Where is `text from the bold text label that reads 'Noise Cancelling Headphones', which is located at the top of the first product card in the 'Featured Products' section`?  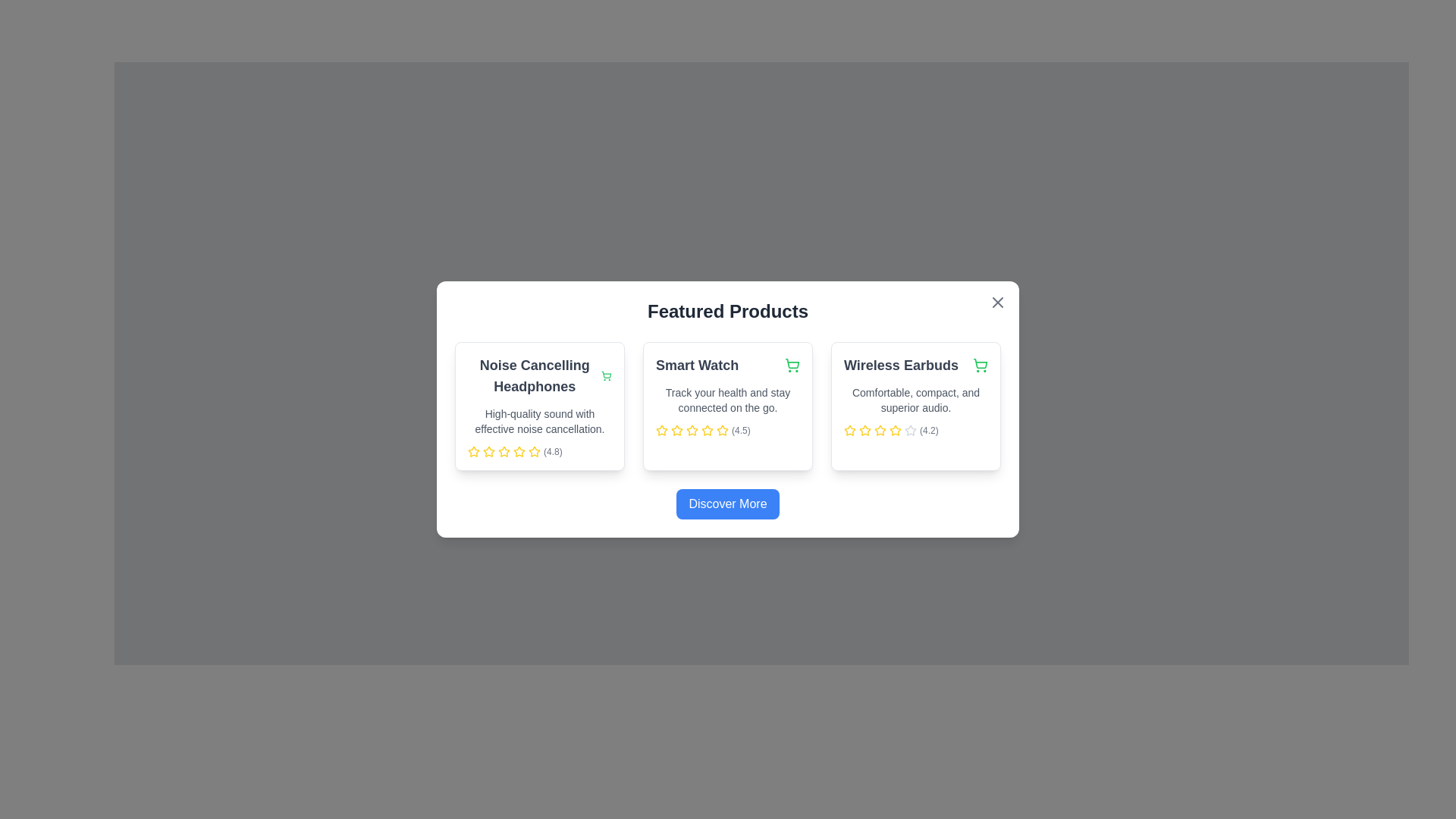
text from the bold text label that reads 'Noise Cancelling Headphones', which is located at the top of the first product card in the 'Featured Products' section is located at coordinates (539, 375).